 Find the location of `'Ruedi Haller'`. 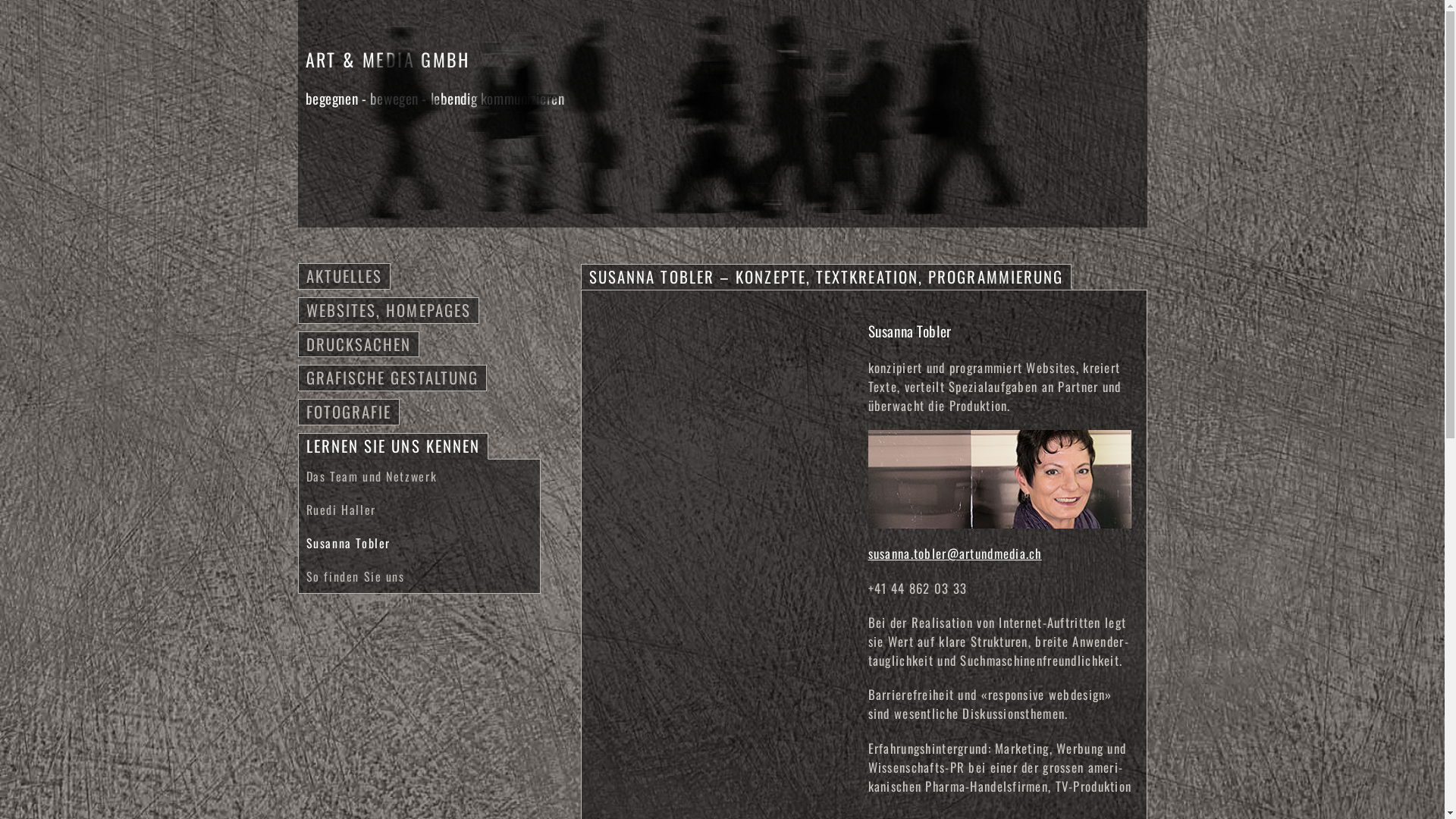

'Ruedi Haller' is located at coordinates (340, 509).